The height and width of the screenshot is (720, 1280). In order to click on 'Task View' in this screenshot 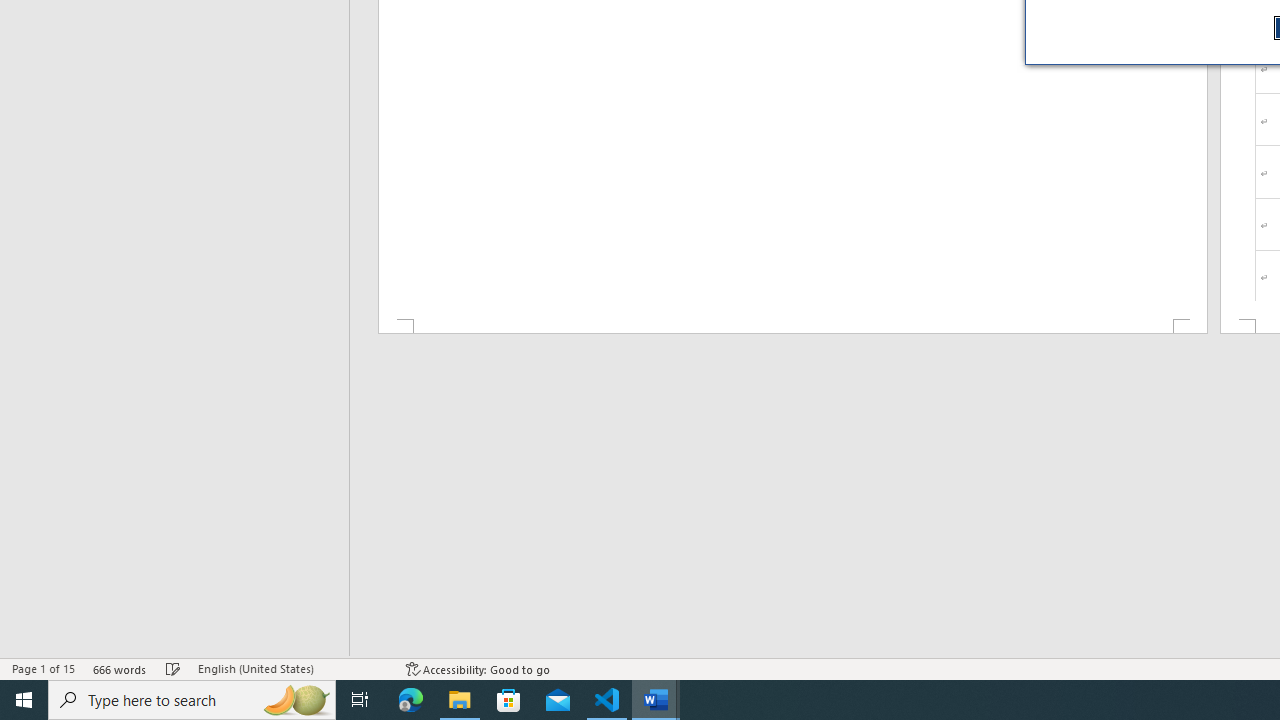, I will do `click(359, 698)`.